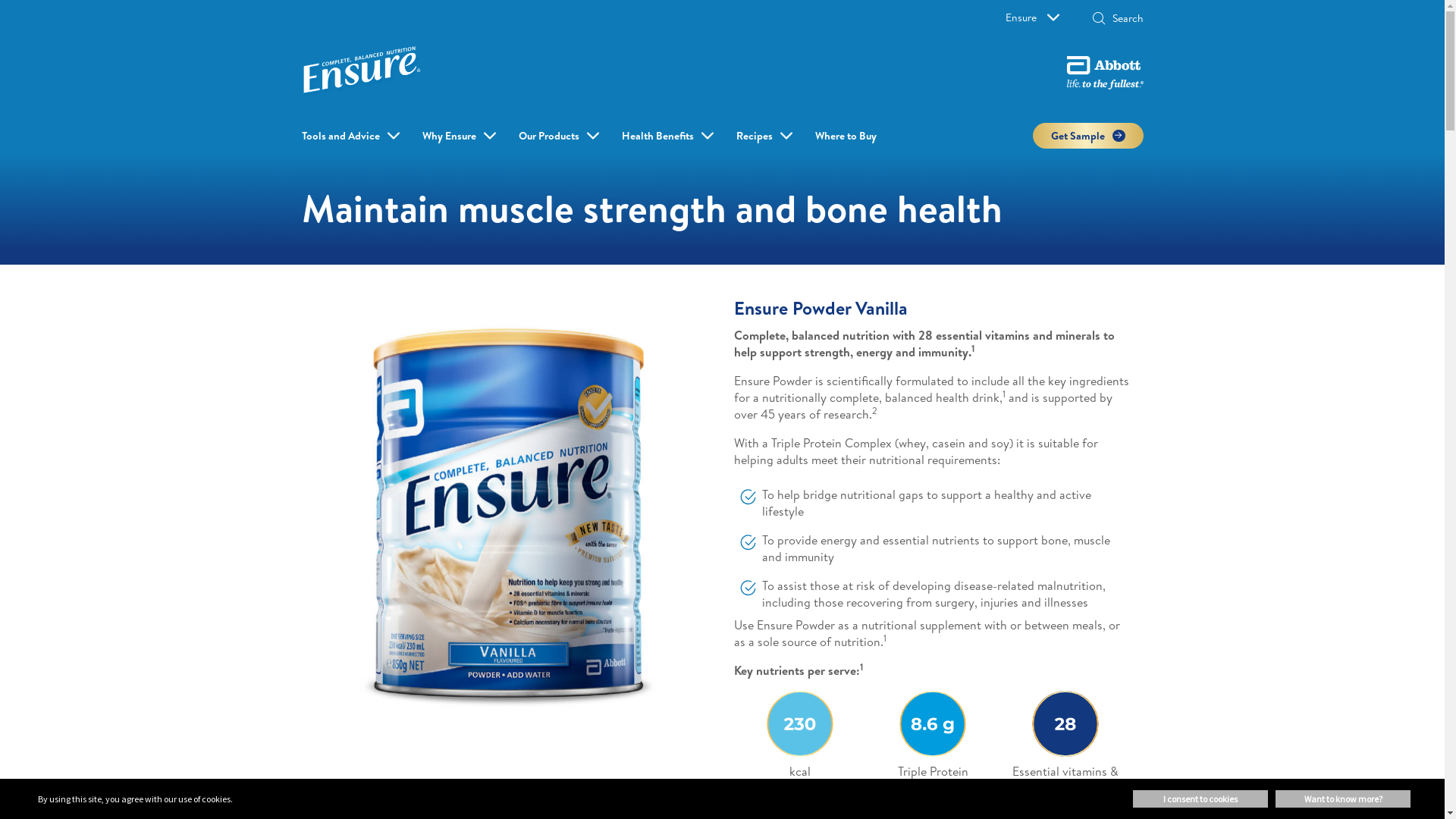  What do you see at coordinates (735, 134) in the screenshot?
I see `'Recipes'` at bounding box center [735, 134].